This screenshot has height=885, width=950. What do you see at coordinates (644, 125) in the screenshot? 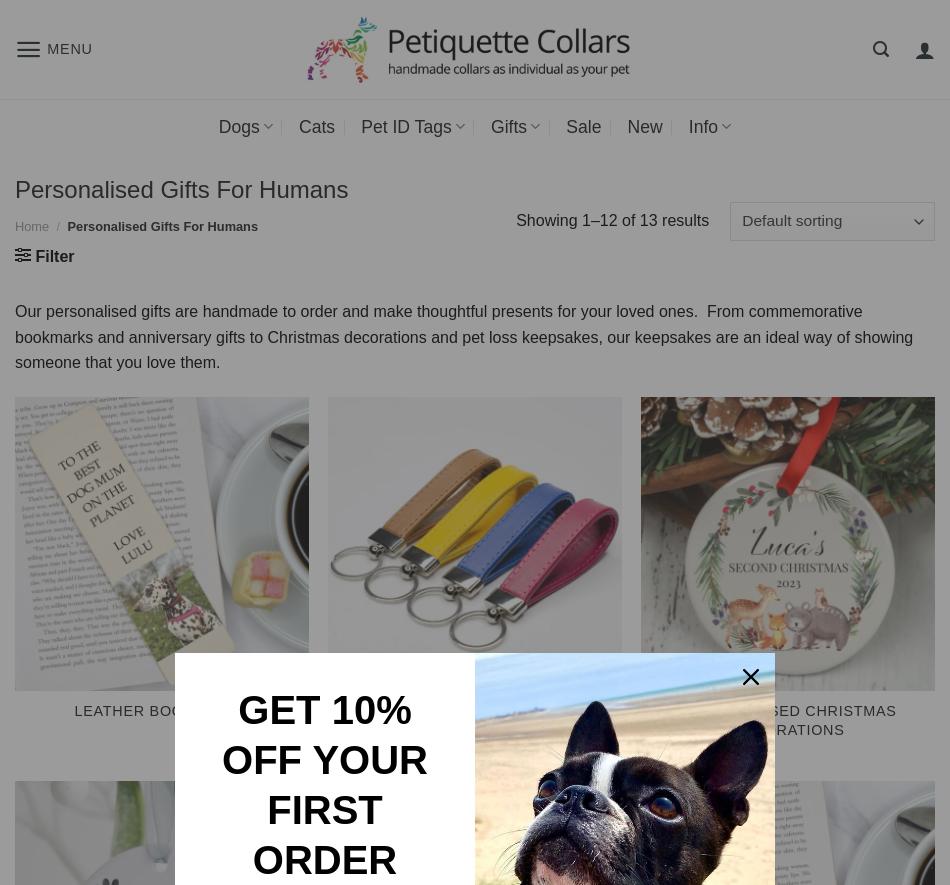
I see `'New'` at bounding box center [644, 125].